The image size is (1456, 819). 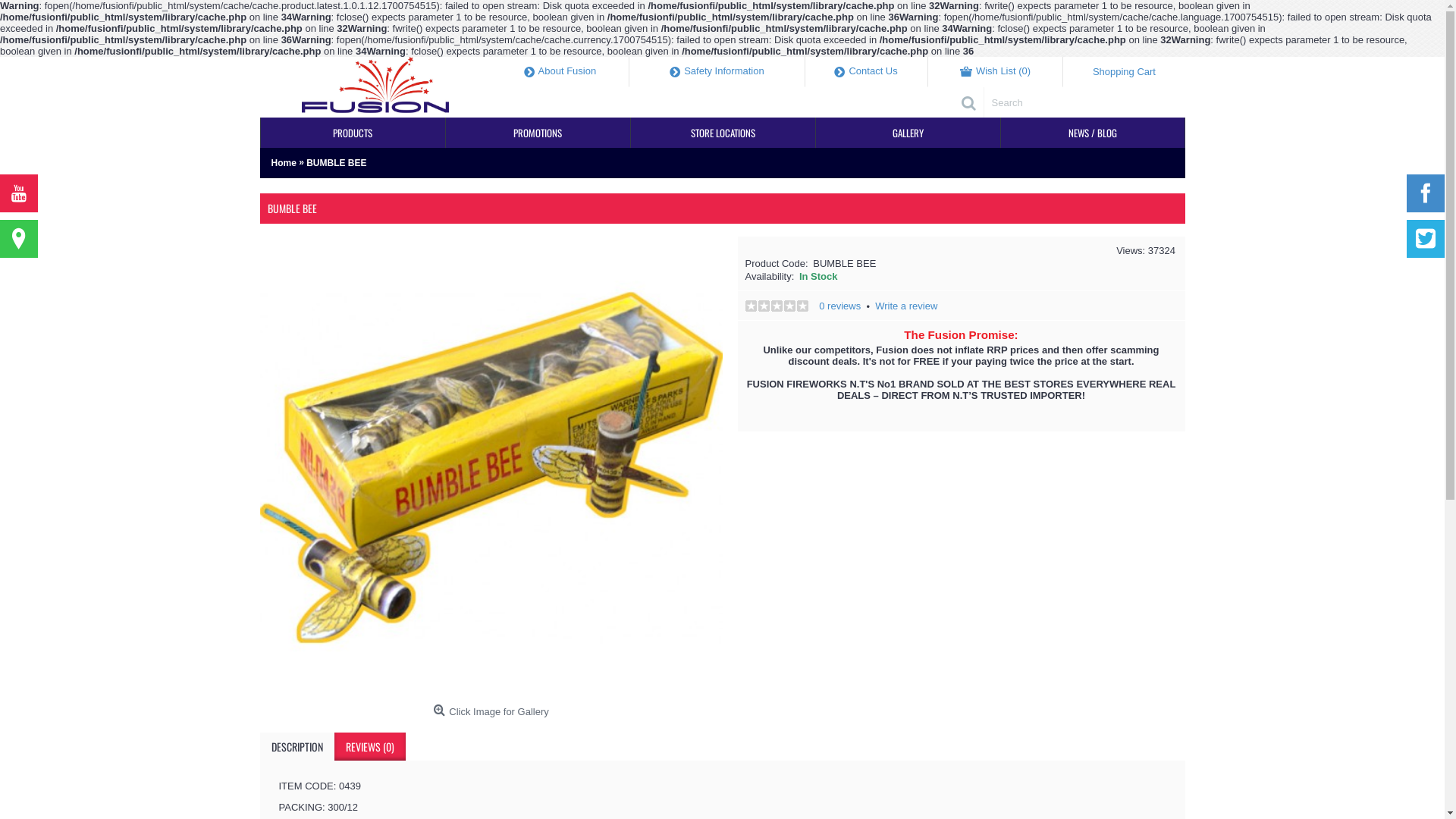 What do you see at coordinates (271, 163) in the screenshot?
I see `'Home'` at bounding box center [271, 163].